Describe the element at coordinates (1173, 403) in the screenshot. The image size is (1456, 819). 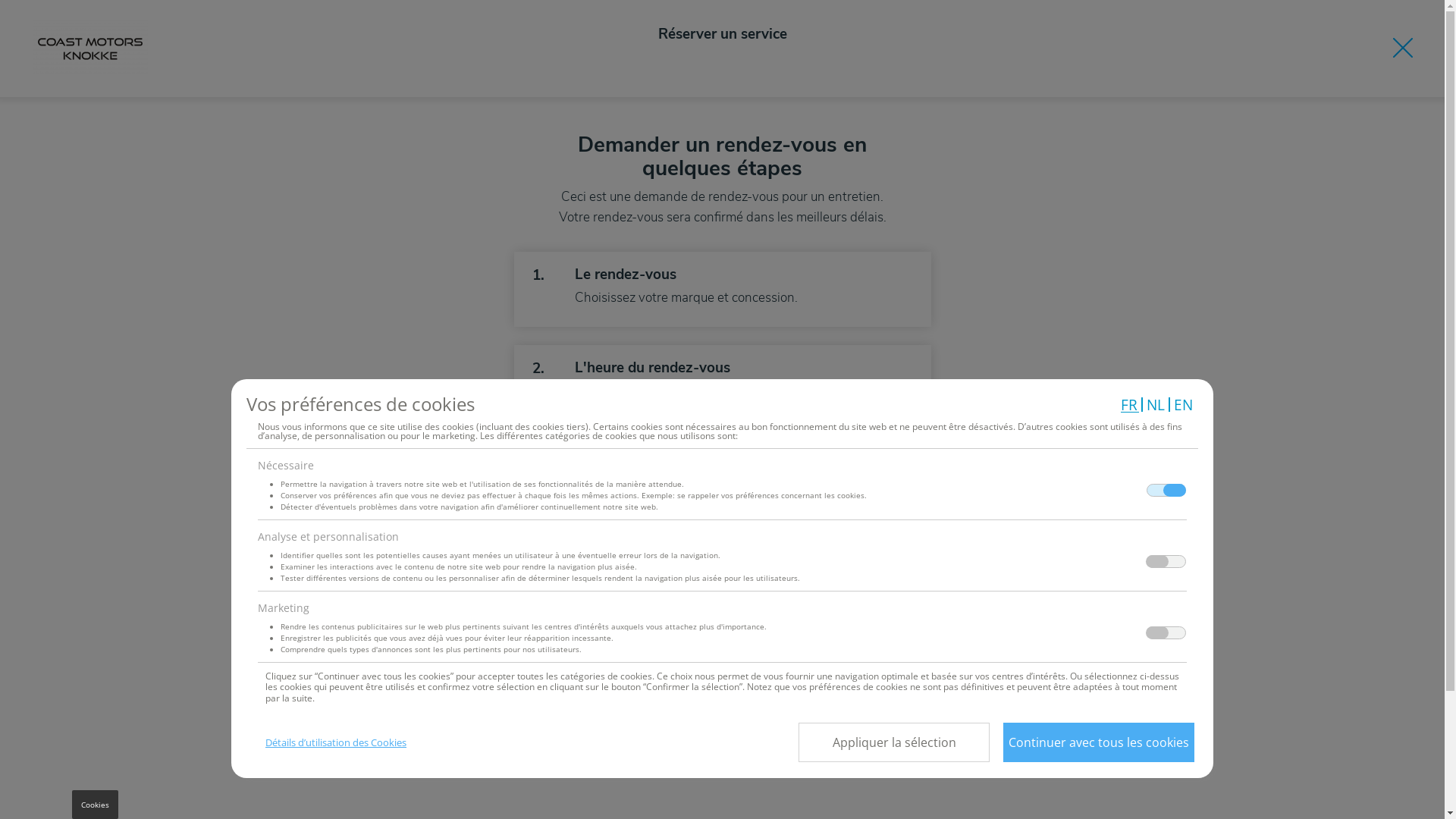
I see `'EN'` at that location.